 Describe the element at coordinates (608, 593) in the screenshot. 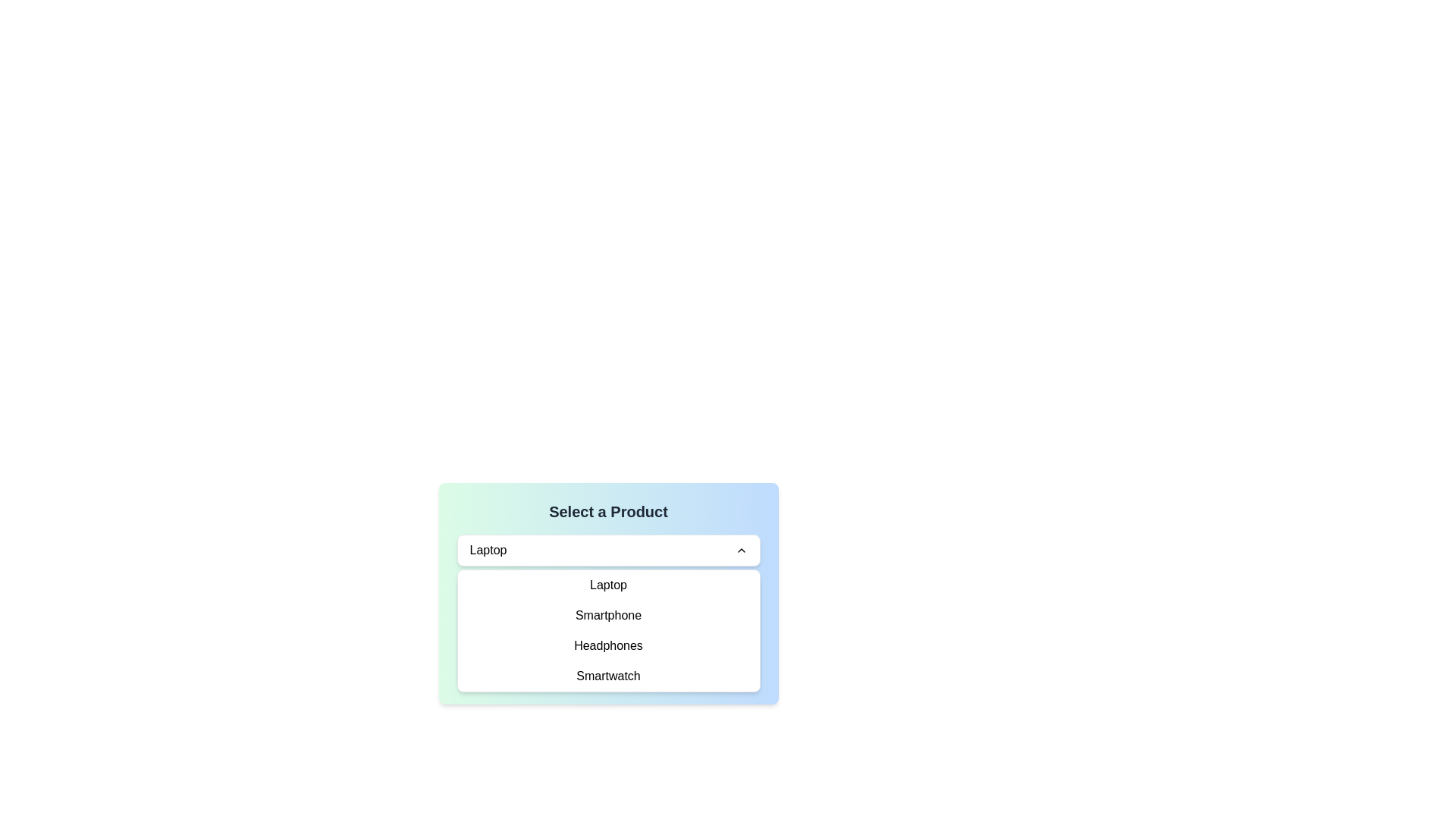

I see `the options in the dropdown menu titled 'Select a Product'` at that location.